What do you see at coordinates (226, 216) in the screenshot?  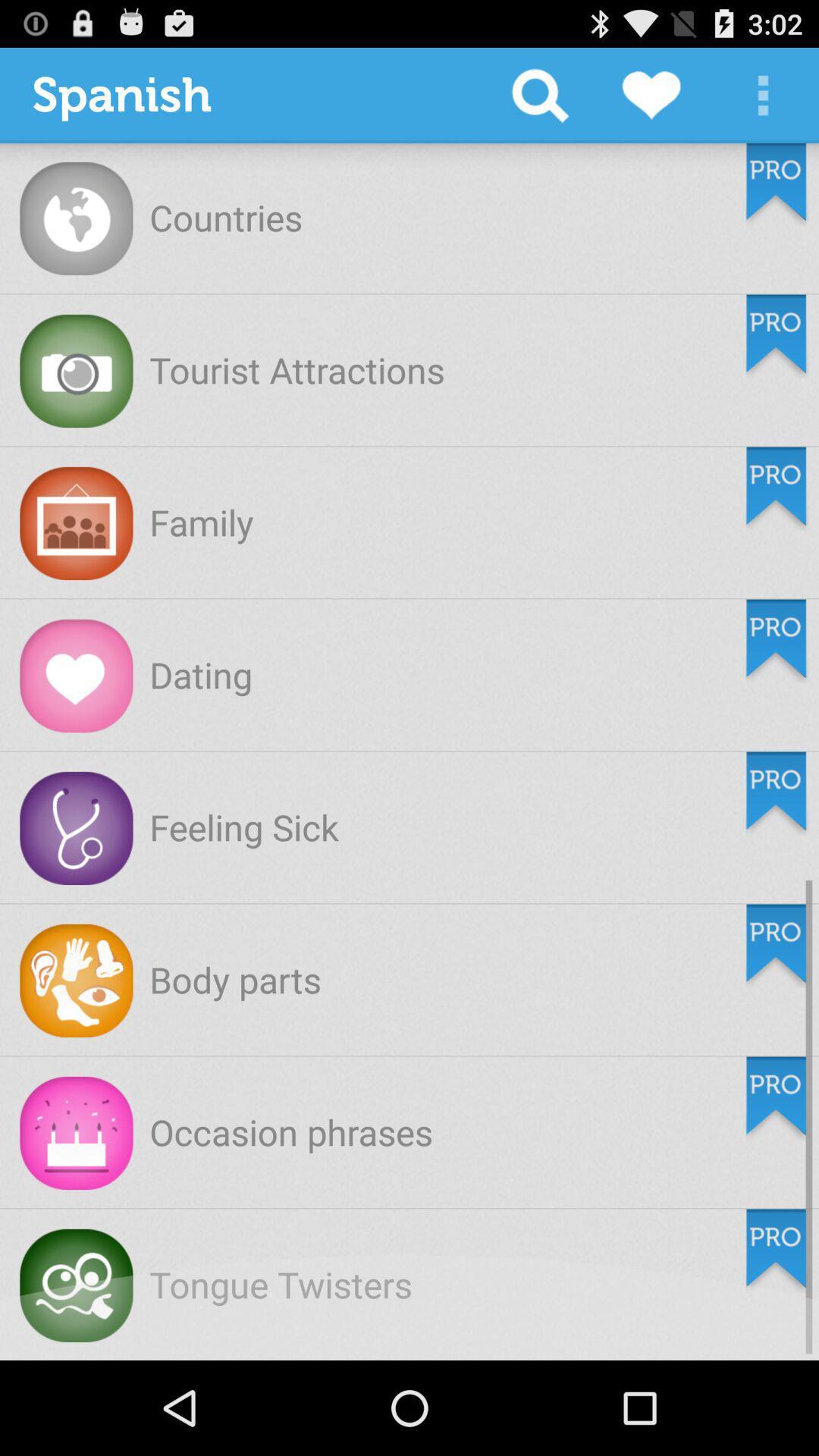 I see `countries` at bounding box center [226, 216].